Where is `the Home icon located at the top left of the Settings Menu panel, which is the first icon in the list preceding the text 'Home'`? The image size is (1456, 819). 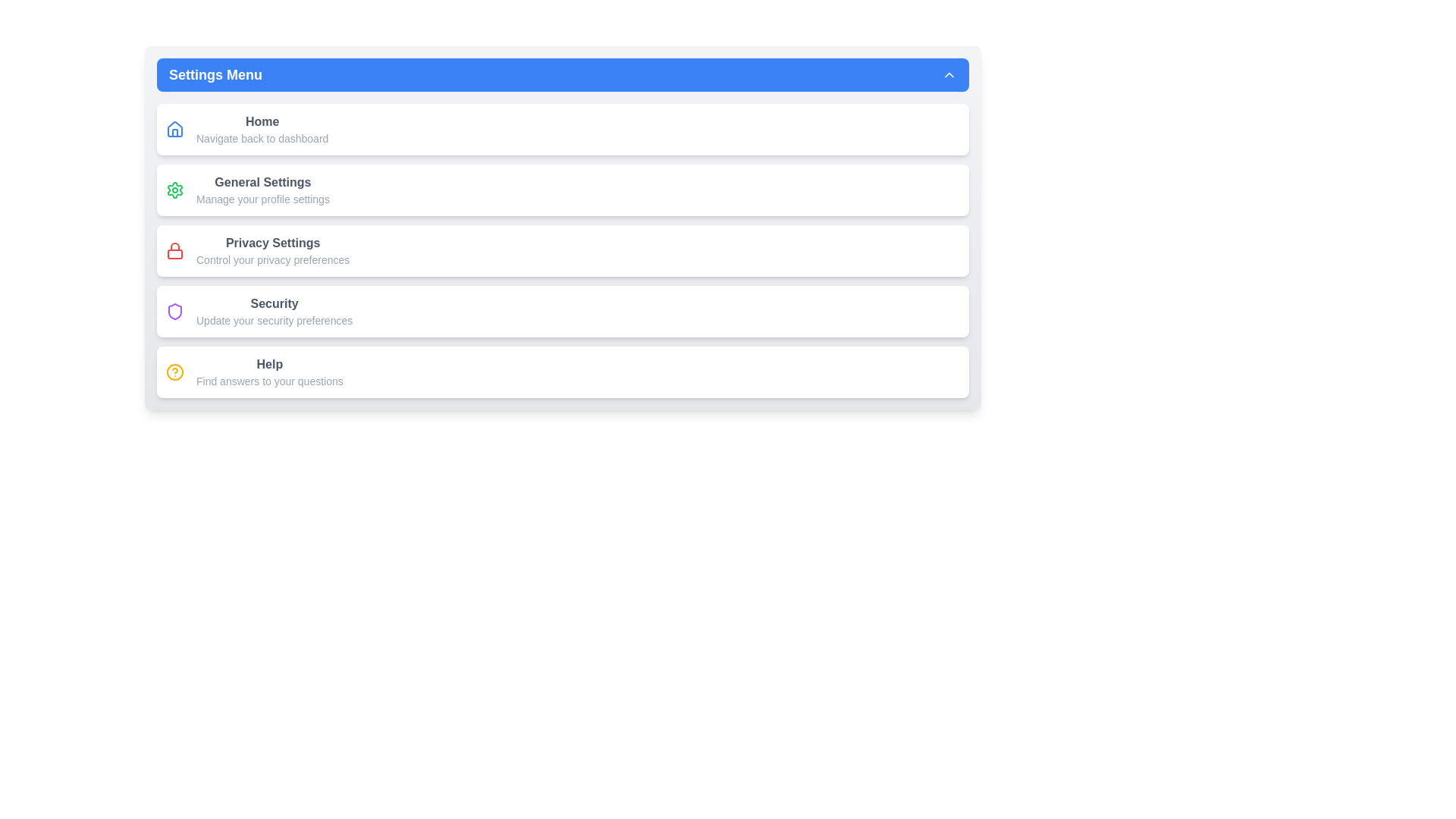
the Home icon located at the top left of the Settings Menu panel, which is the first icon in the list preceding the text 'Home' is located at coordinates (174, 128).